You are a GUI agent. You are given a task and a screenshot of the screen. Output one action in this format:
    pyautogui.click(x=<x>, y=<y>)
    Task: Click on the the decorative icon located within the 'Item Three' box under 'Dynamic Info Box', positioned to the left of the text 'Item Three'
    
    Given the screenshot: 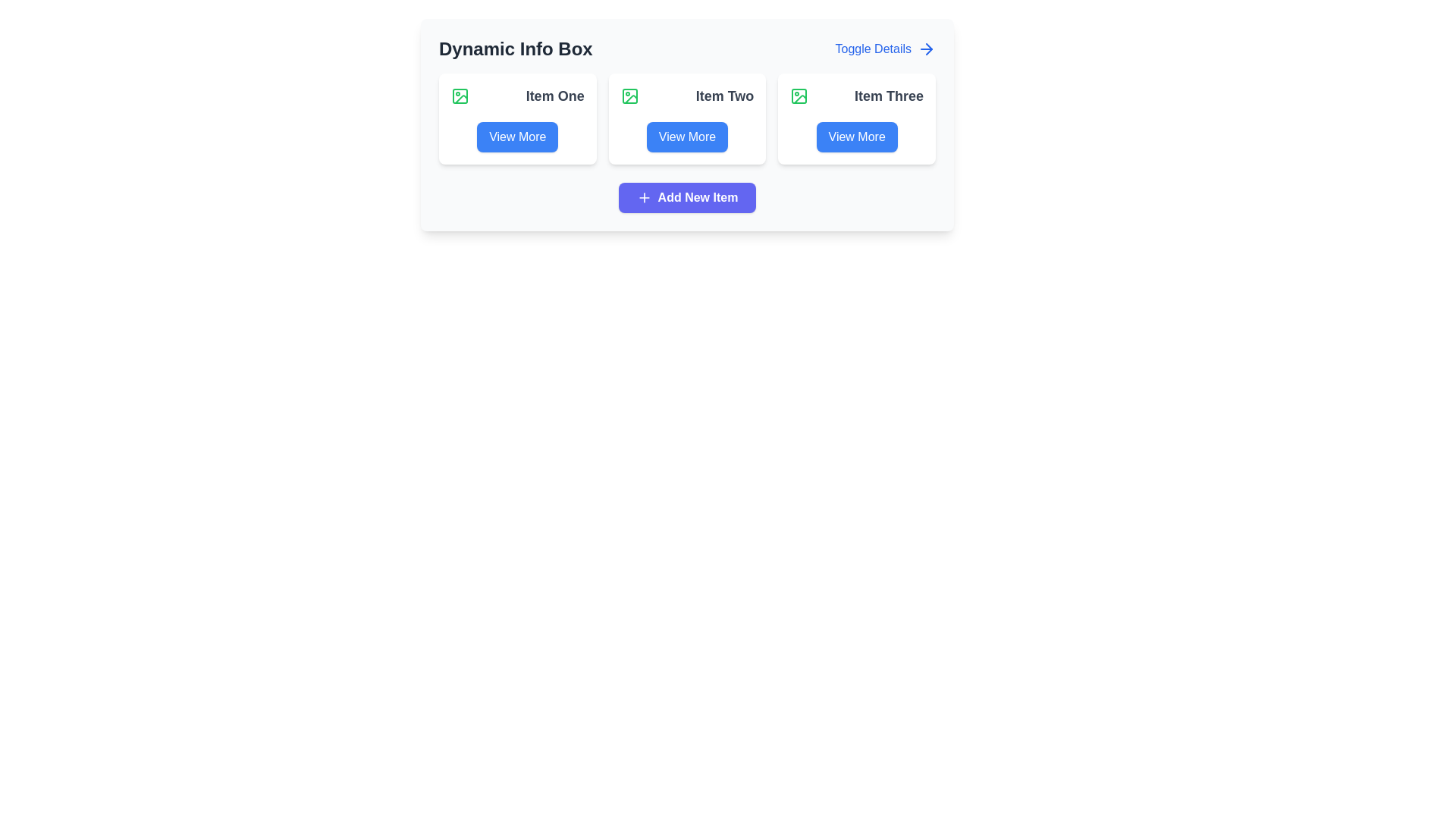 What is the action you would take?
    pyautogui.click(x=799, y=96)
    